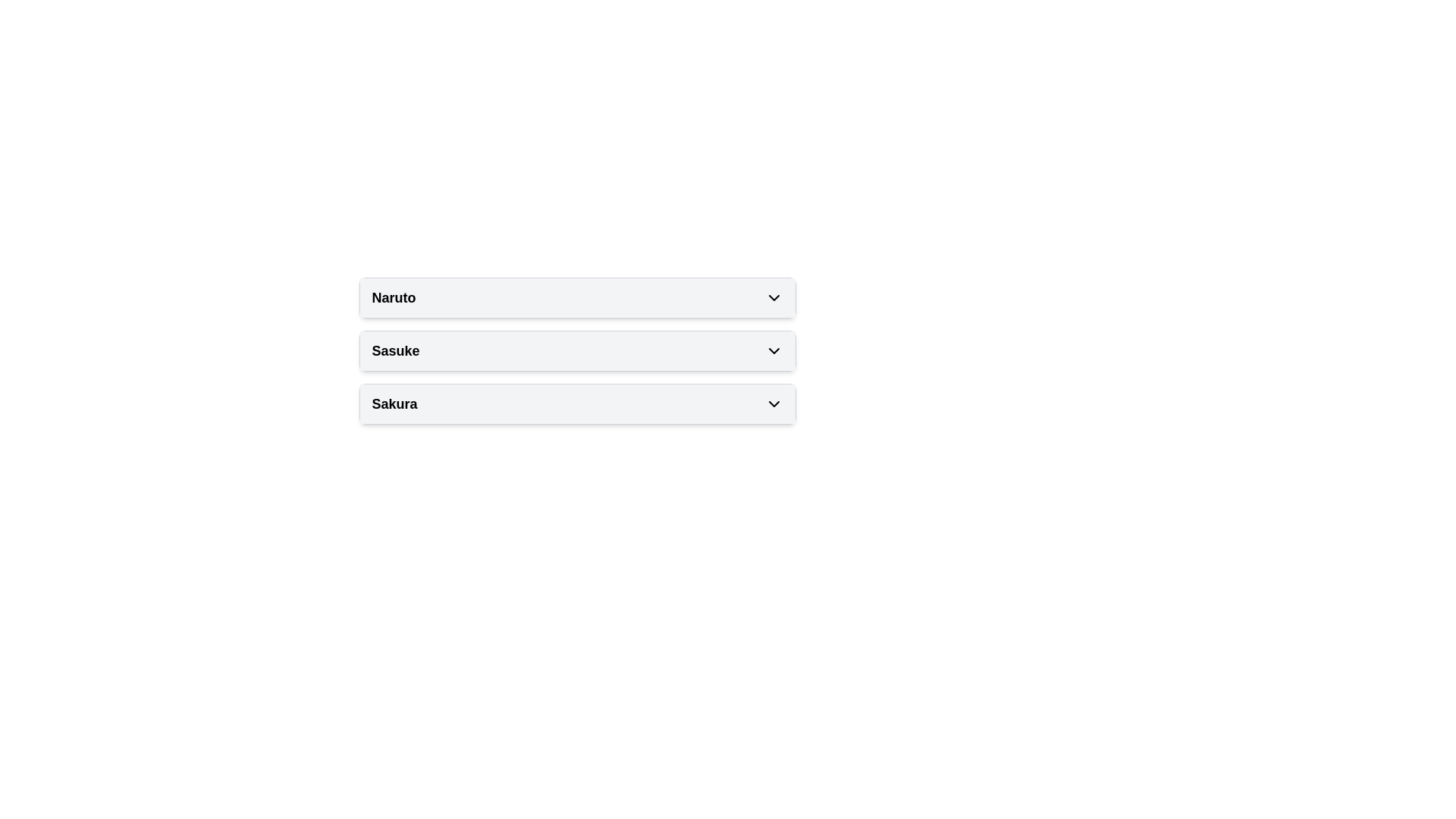 The width and height of the screenshot is (1456, 819). What do you see at coordinates (576, 403) in the screenshot?
I see `the dropdown menu button labeled 'Sakura', which is the third item in a vertical list of dropdown components` at bounding box center [576, 403].